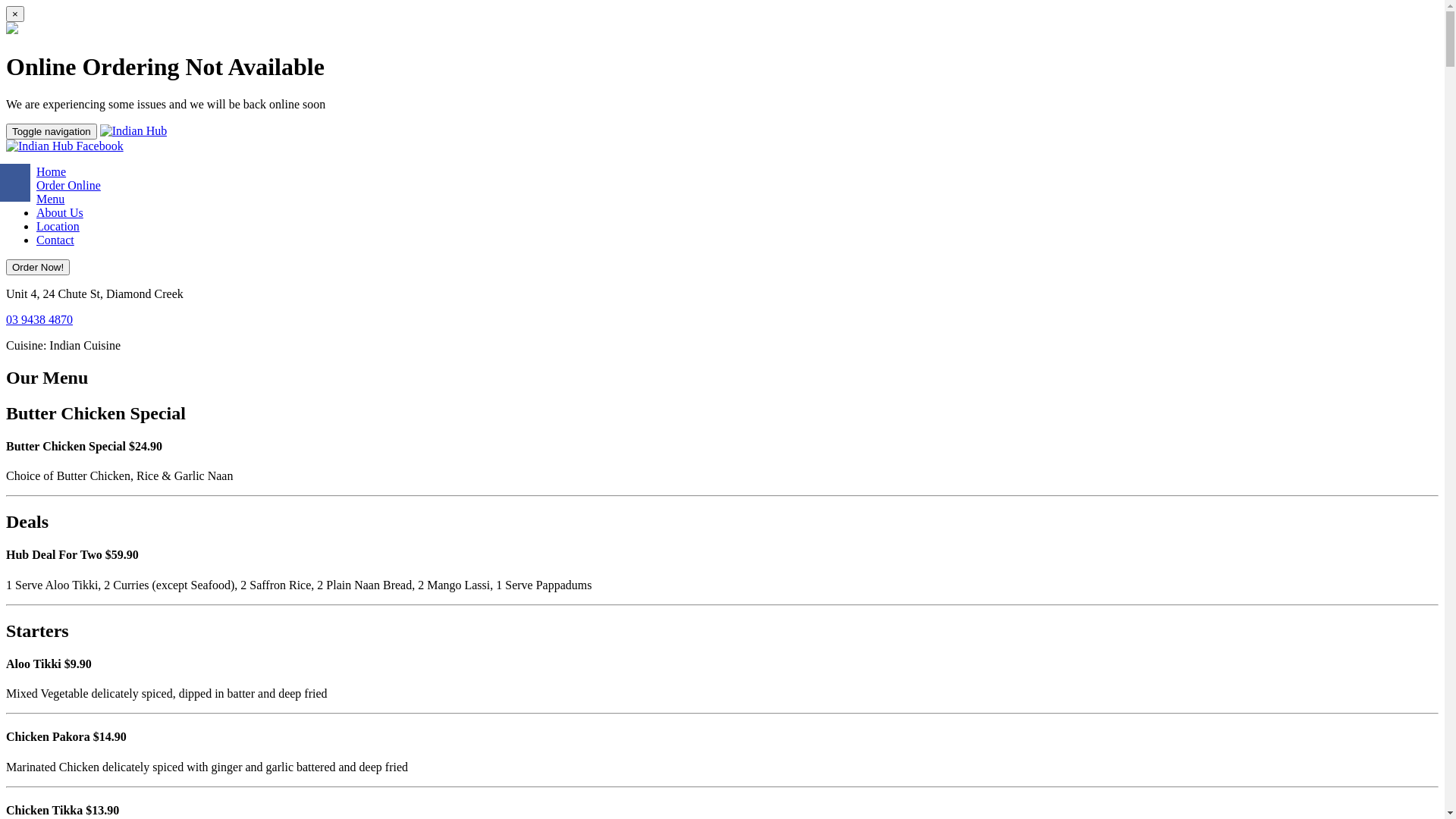 This screenshot has height=819, width=1456. What do you see at coordinates (36, 239) in the screenshot?
I see `'Contact'` at bounding box center [36, 239].